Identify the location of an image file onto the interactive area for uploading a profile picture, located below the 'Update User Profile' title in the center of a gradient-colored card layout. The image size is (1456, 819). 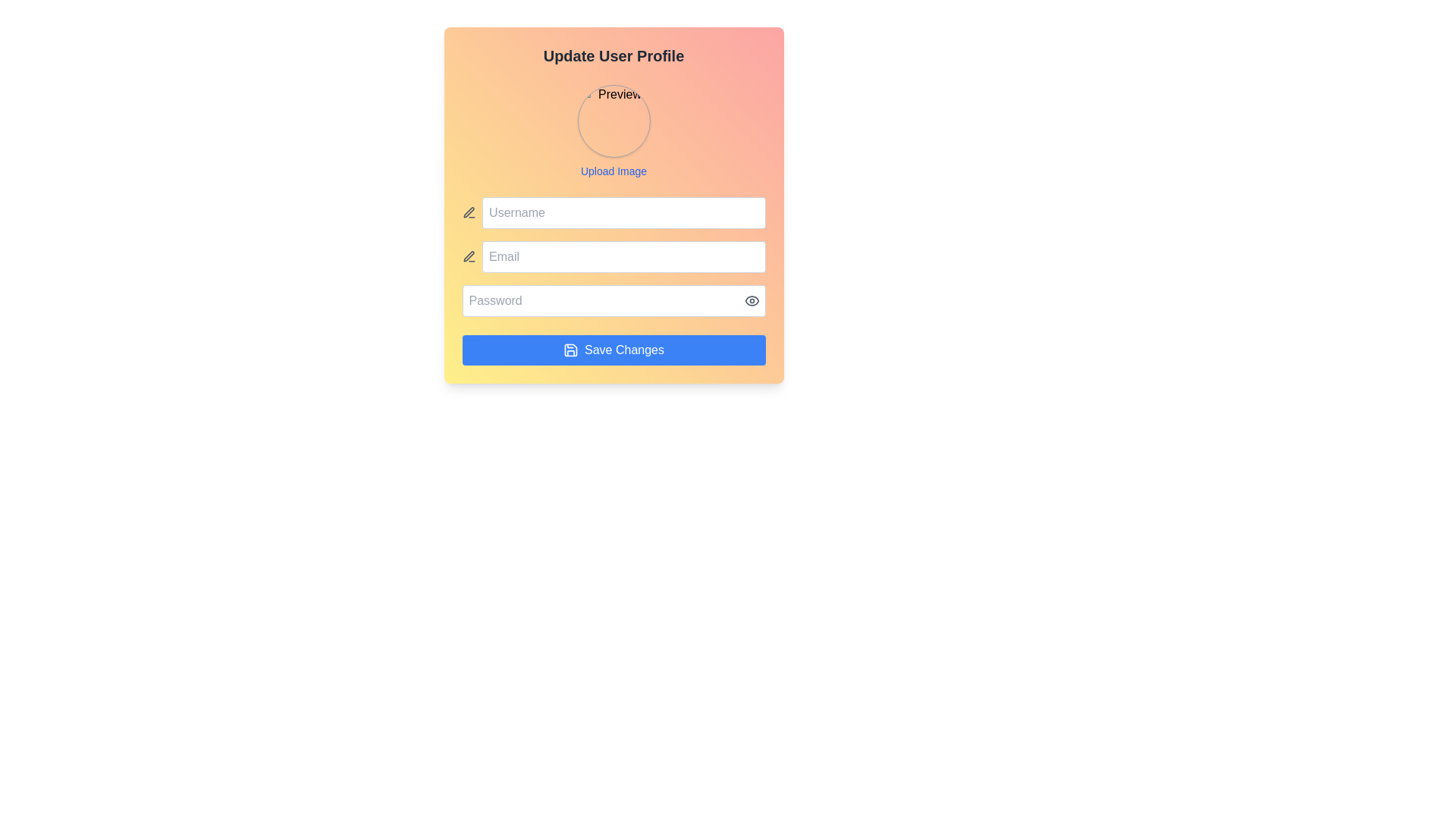
(613, 130).